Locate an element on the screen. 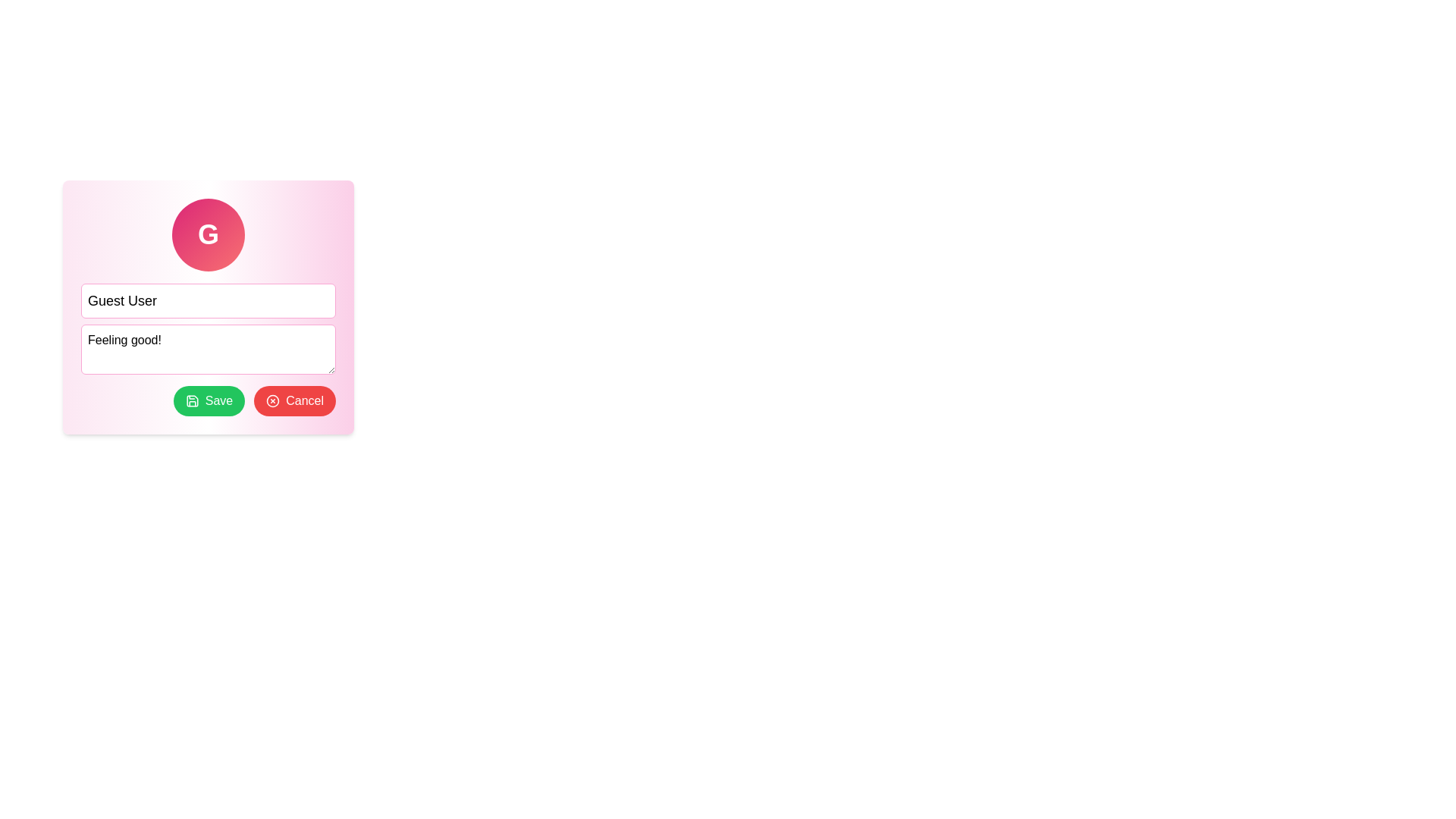 This screenshot has width=1456, height=819. the icon button located near the left side of the 'Cancel' button is located at coordinates (273, 400).